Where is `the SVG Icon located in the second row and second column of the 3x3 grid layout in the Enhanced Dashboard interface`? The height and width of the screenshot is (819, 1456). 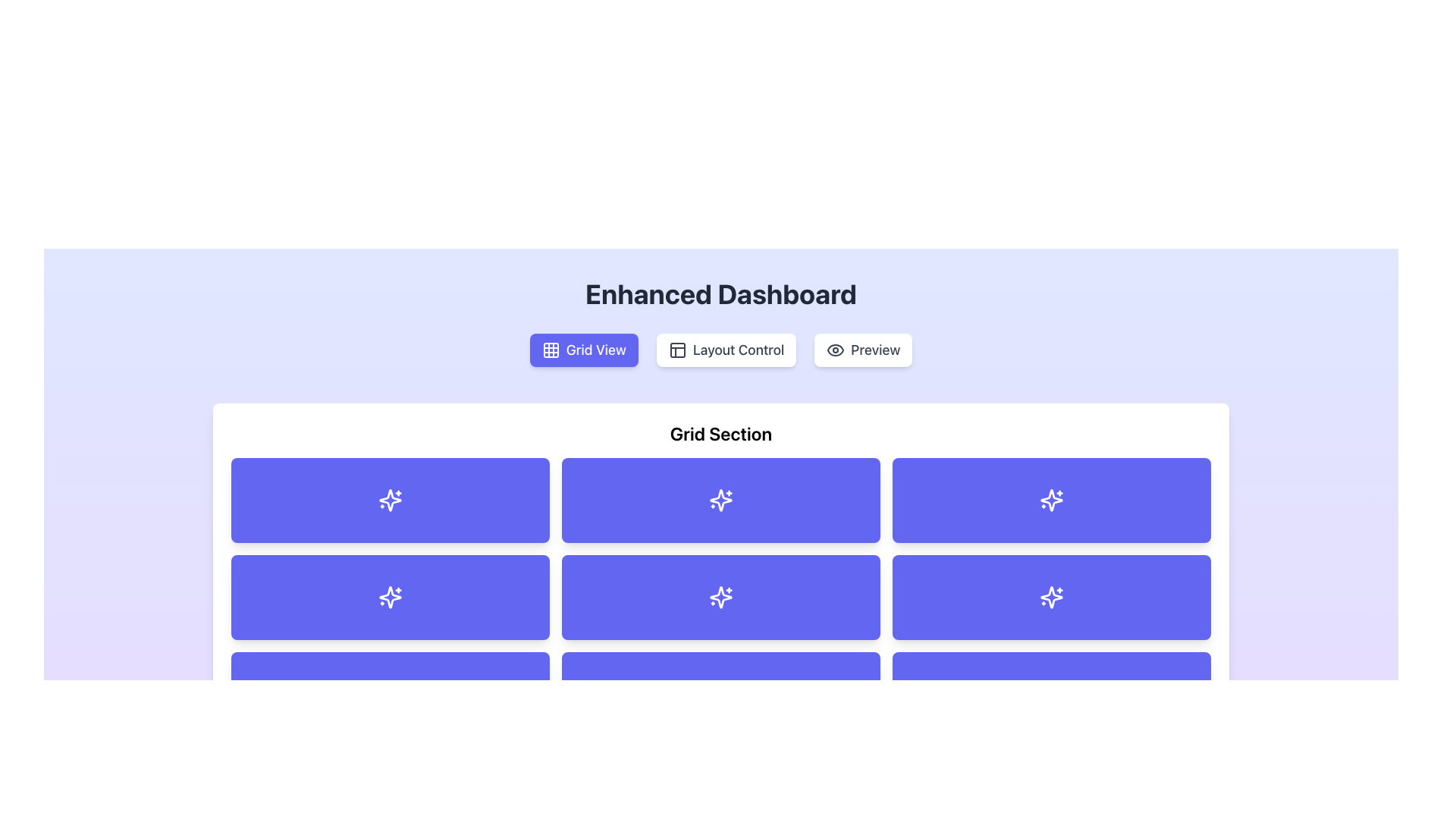
the SVG Icon located in the second row and second column of the 3x3 grid layout in the Enhanced Dashboard interface is located at coordinates (391, 596).